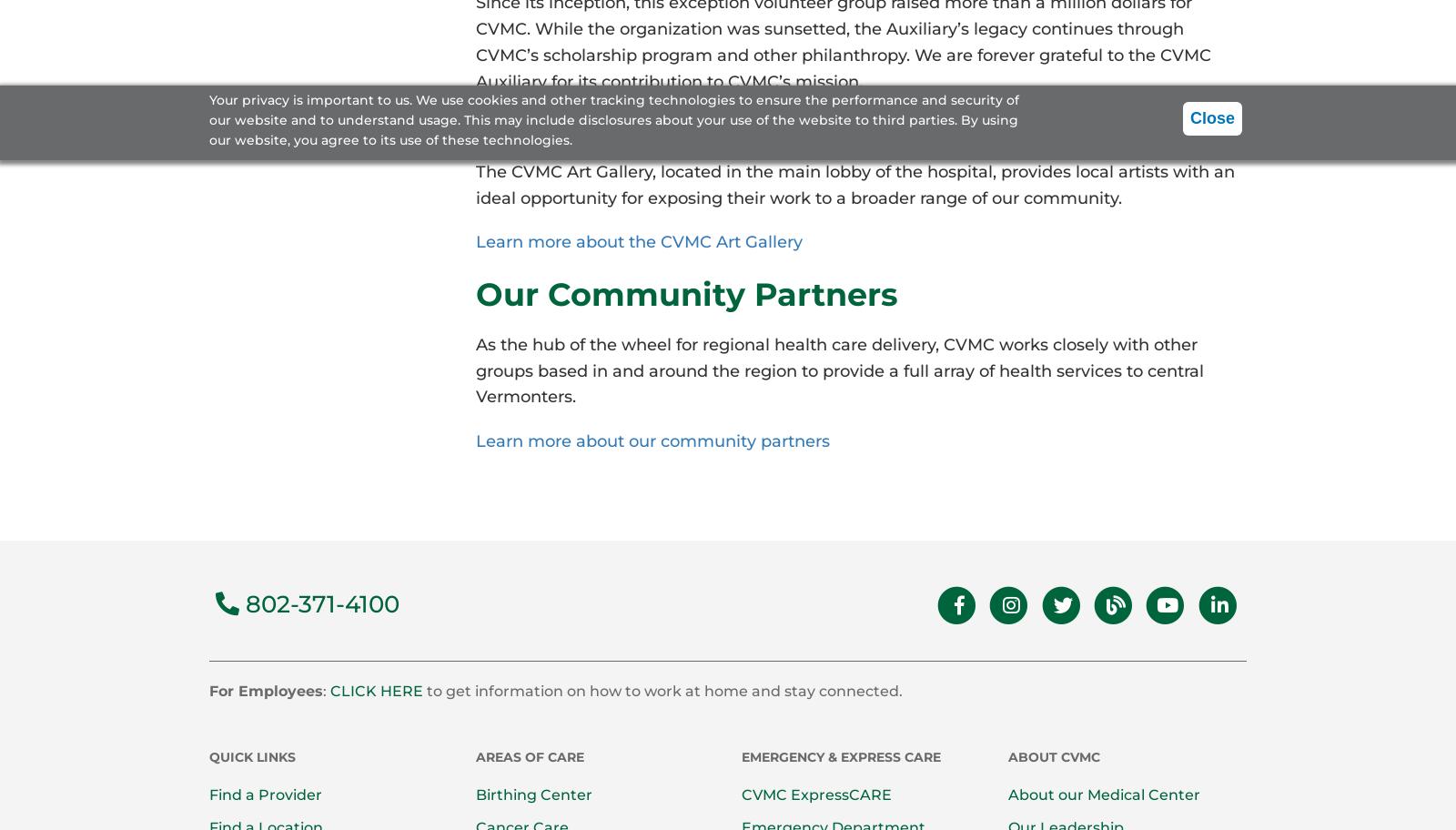  Describe the element at coordinates (578, 126) in the screenshot. I see `'CVMC Art Gallery'` at that location.